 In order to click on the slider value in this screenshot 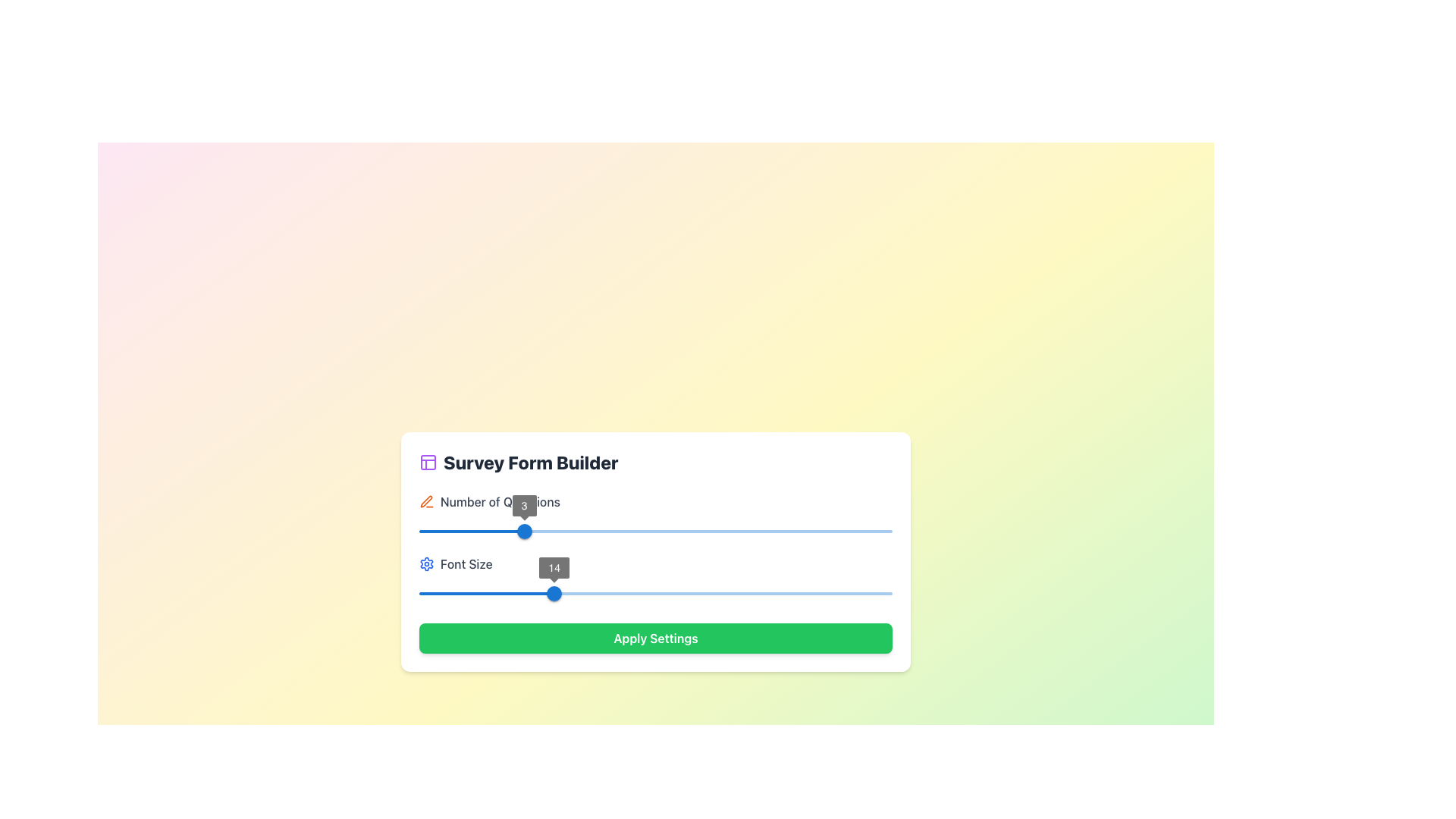, I will do `click(480, 593)`.